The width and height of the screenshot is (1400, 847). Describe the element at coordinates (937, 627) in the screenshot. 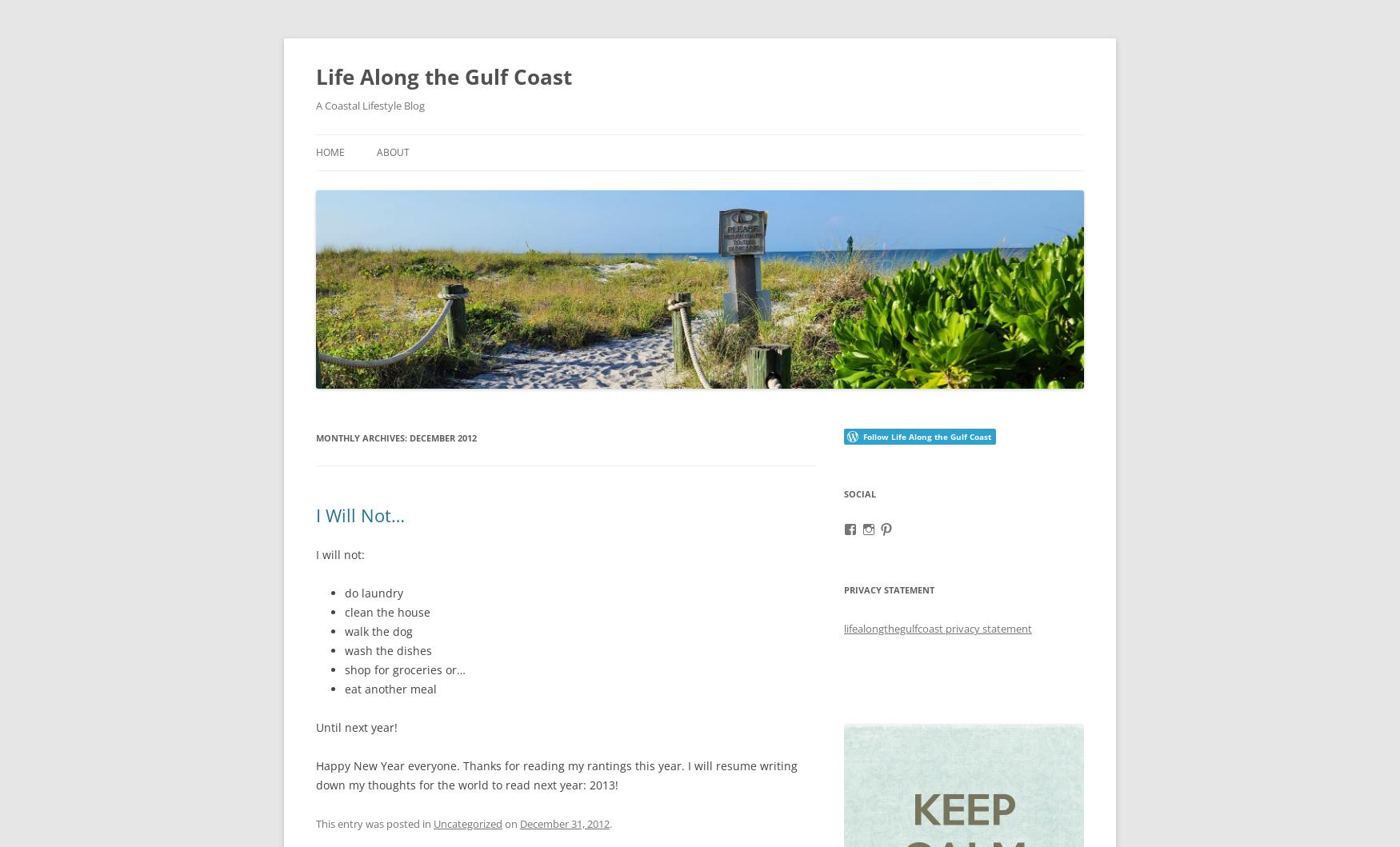

I see `'lifealongthegulfcoast privacy statement'` at that location.